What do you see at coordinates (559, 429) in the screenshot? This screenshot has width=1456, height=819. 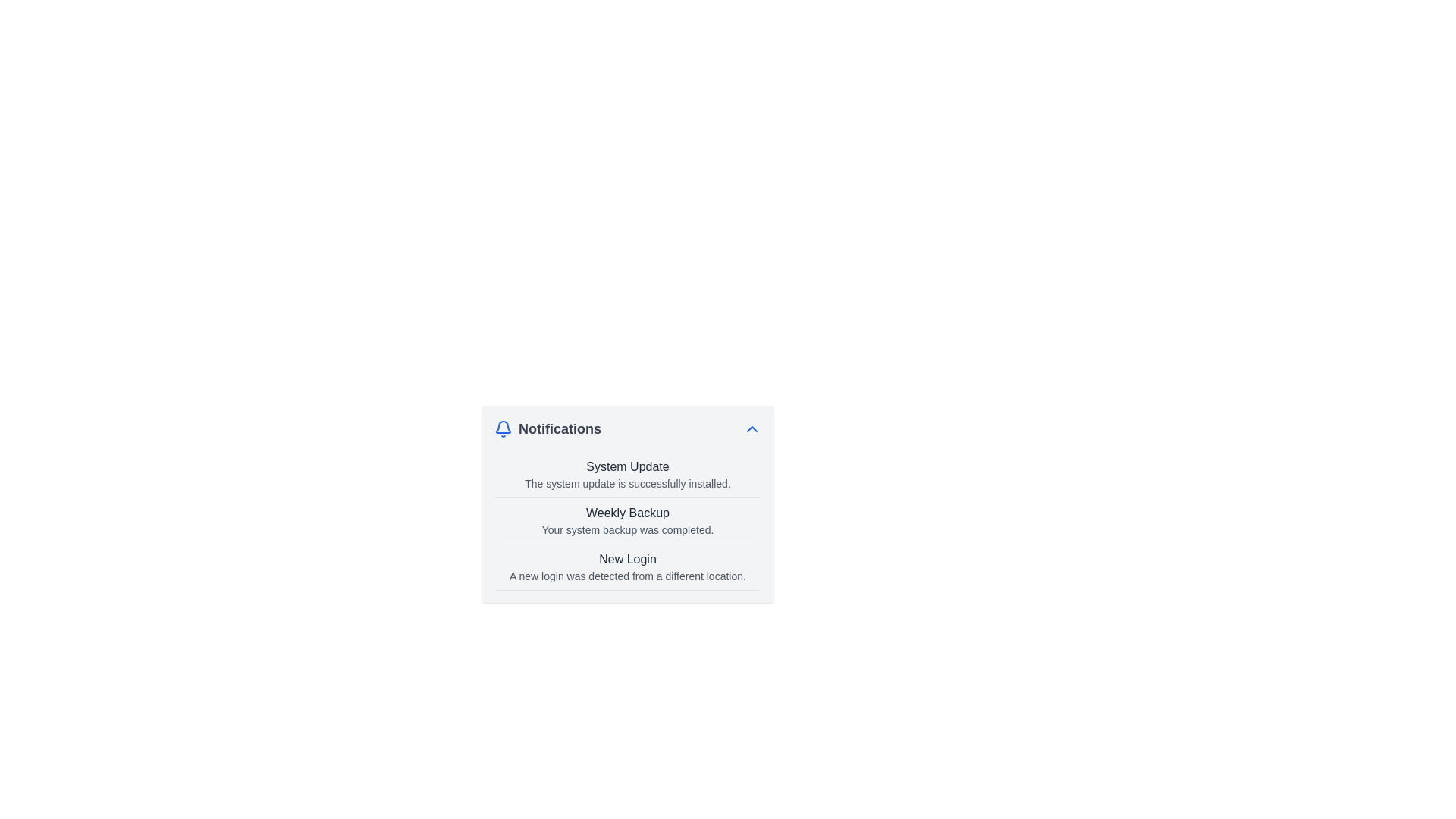 I see `text of the 'Notifications' label, which is a bold and large gray font prominently styled in the notification panel` at bounding box center [559, 429].